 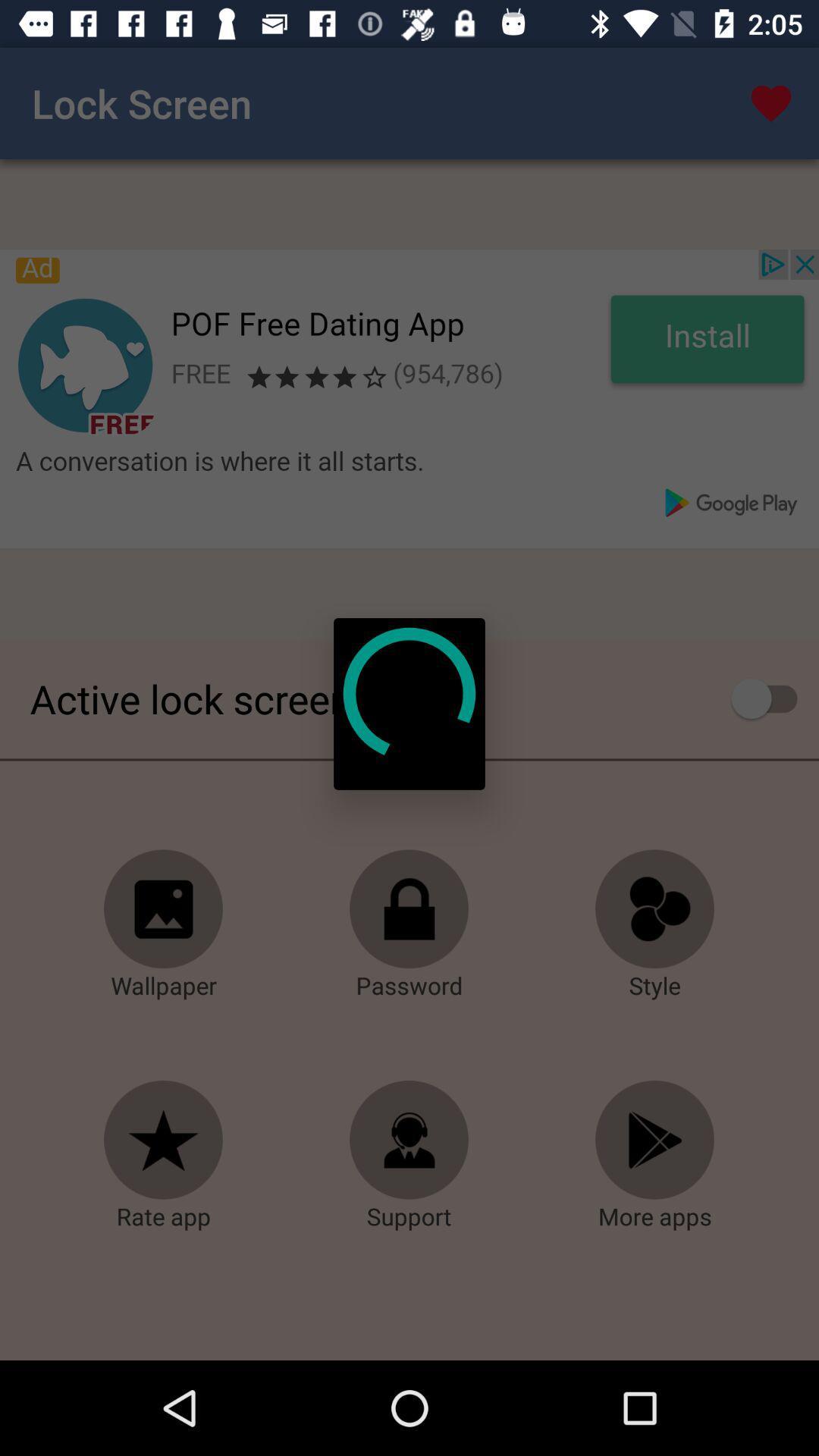 What do you see at coordinates (409, 1140) in the screenshot?
I see `opens a page to contact support` at bounding box center [409, 1140].